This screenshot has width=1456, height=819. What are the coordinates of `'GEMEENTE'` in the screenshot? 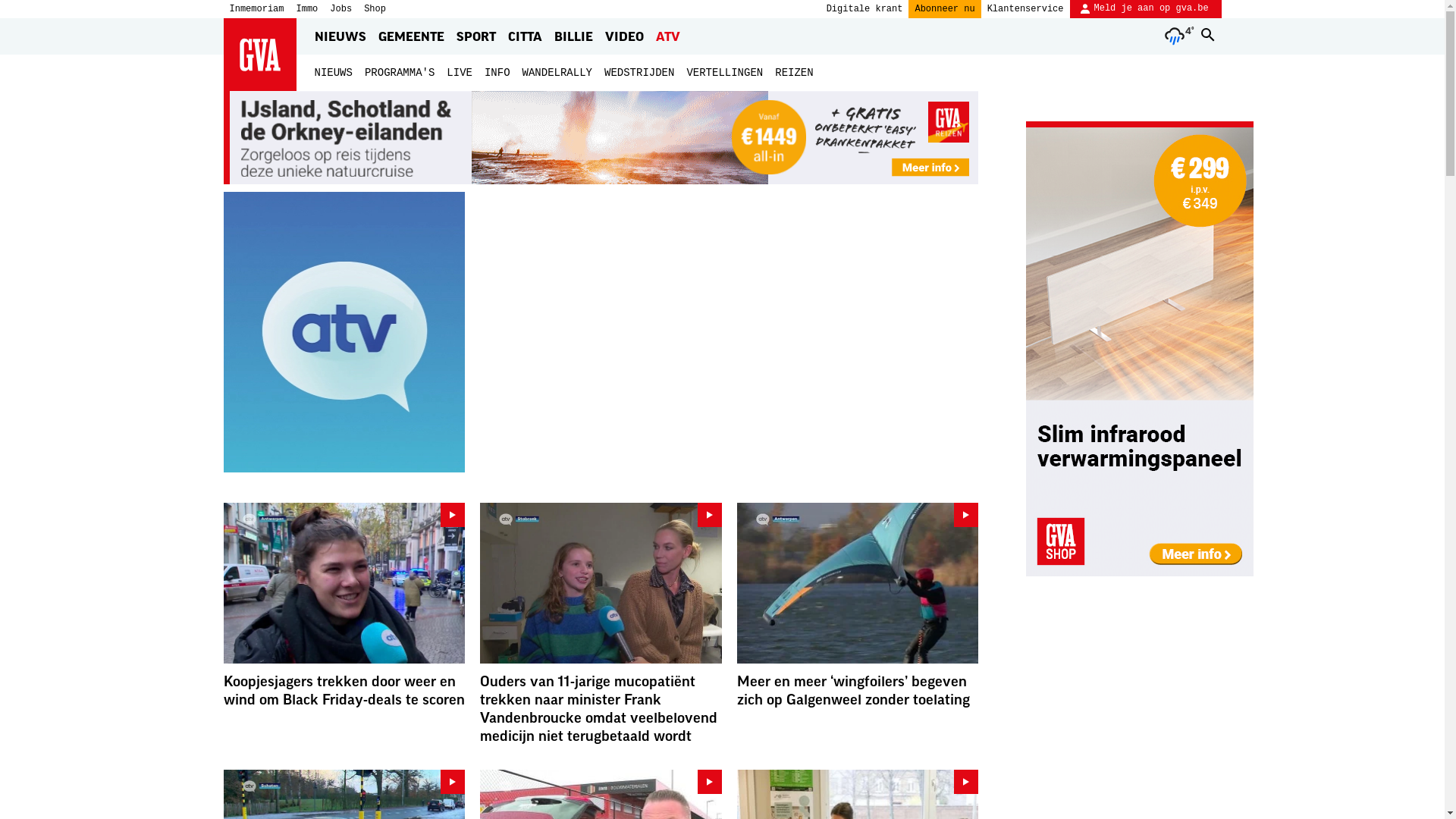 It's located at (410, 35).